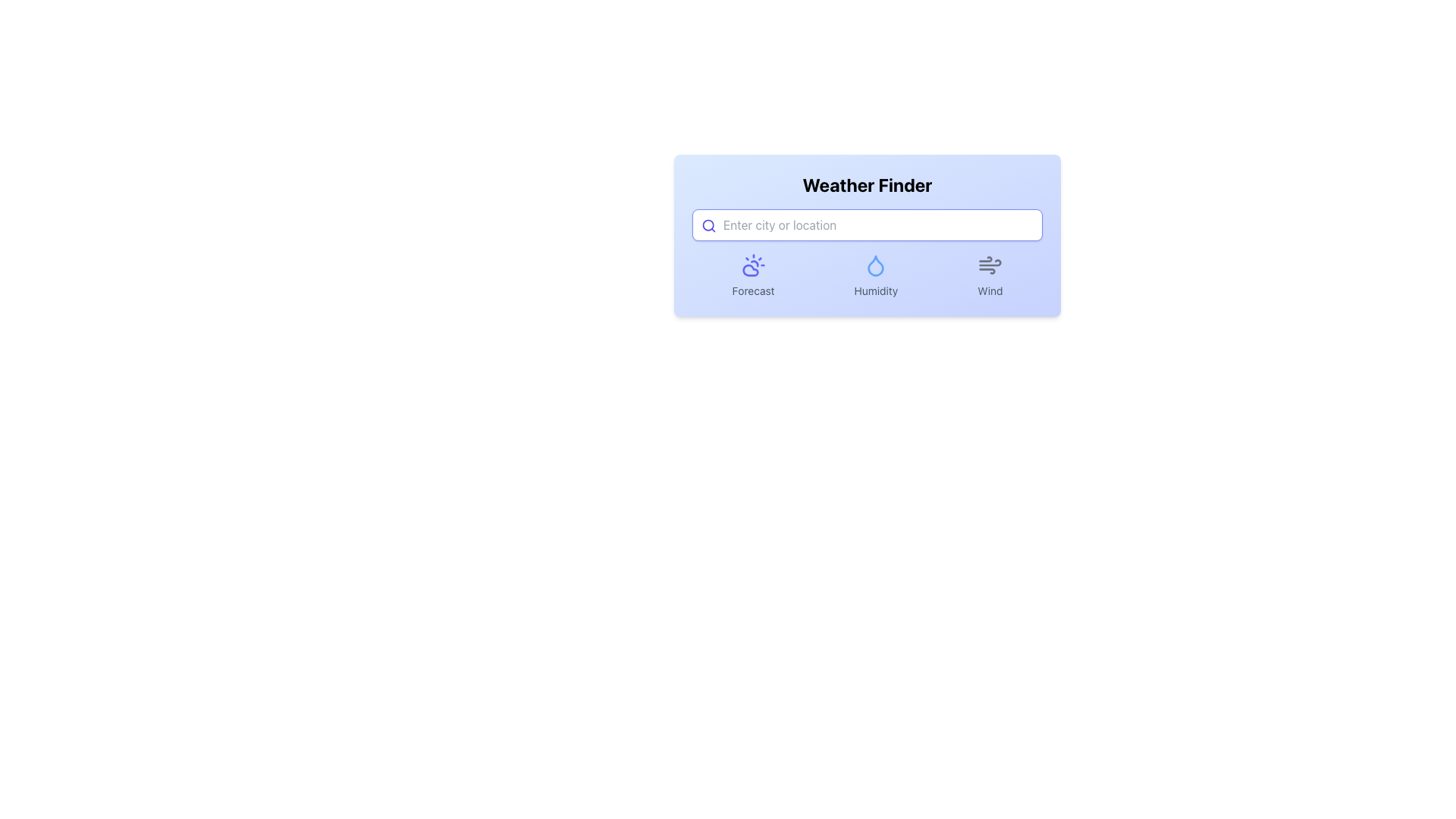  I want to click on the text label displaying 'Wind', which is styled with a small-sized gray font and located in the bottom-right section of the weather search interface, underneath a wind icon, so click(990, 291).